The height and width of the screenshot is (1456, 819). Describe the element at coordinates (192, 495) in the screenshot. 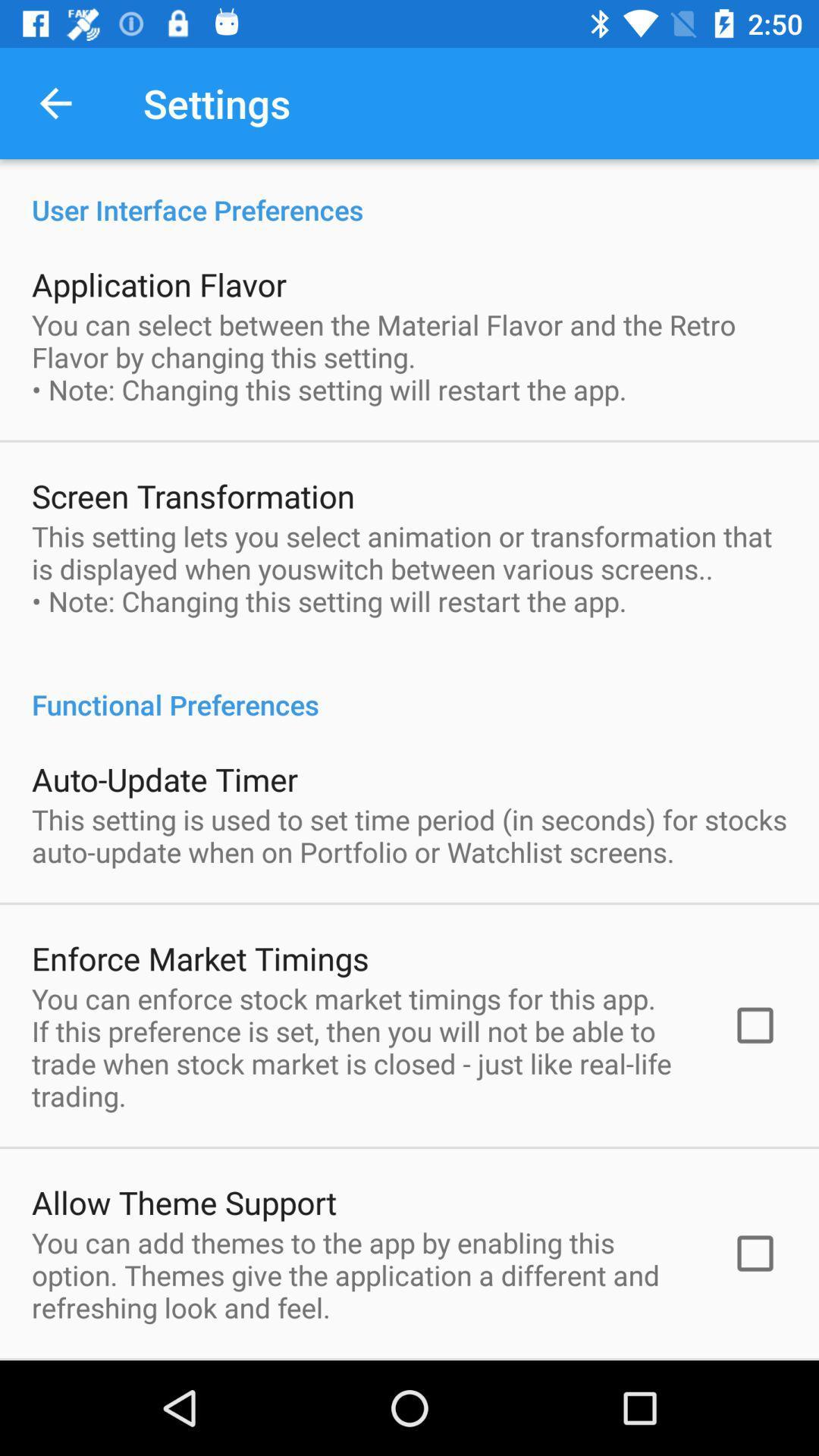

I see `icon above this setting lets item` at that location.